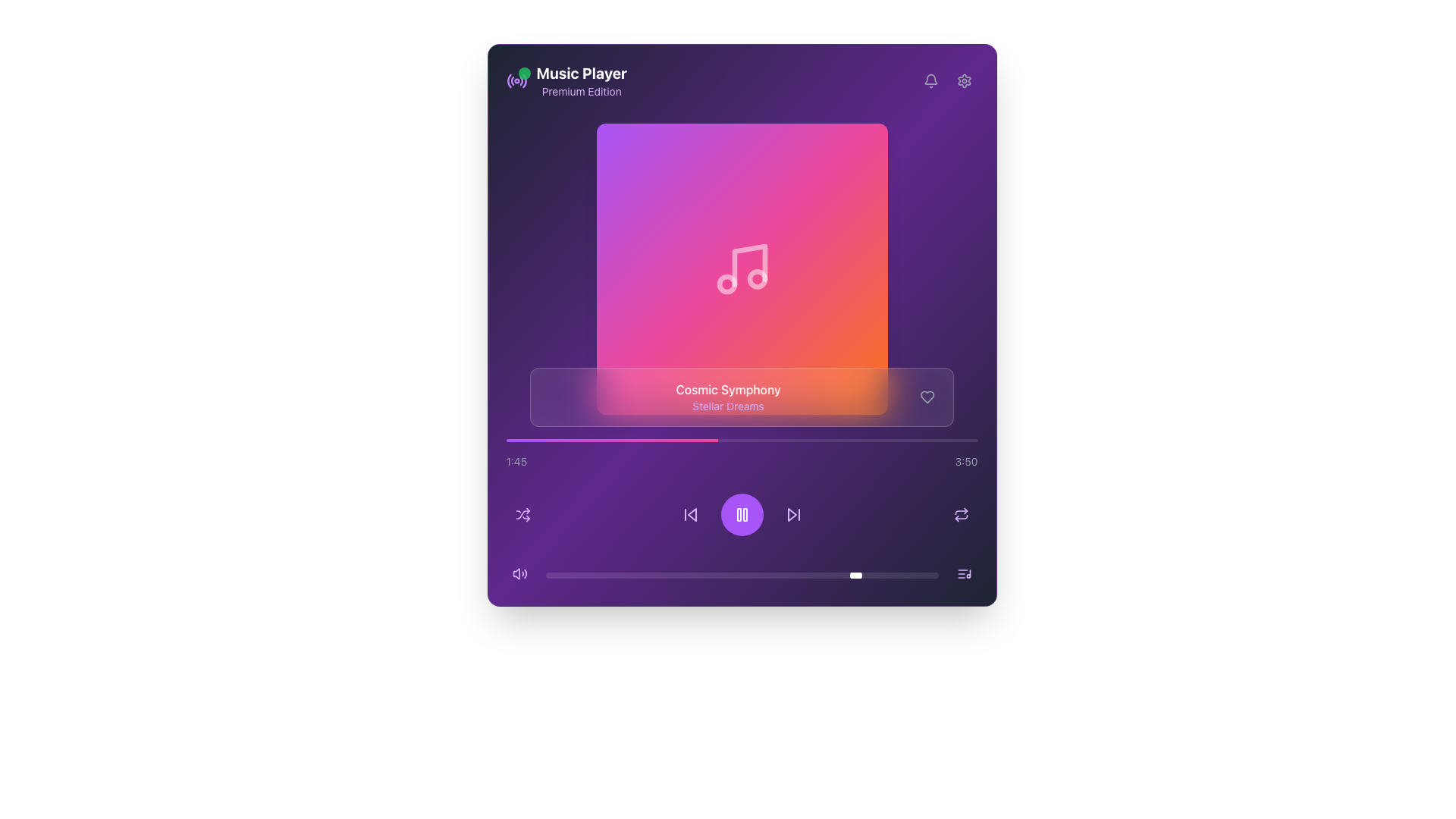  What do you see at coordinates (742, 513) in the screenshot?
I see `the pause IconButton located centrally in the bottom section of the music player interface for visual feedback` at bounding box center [742, 513].